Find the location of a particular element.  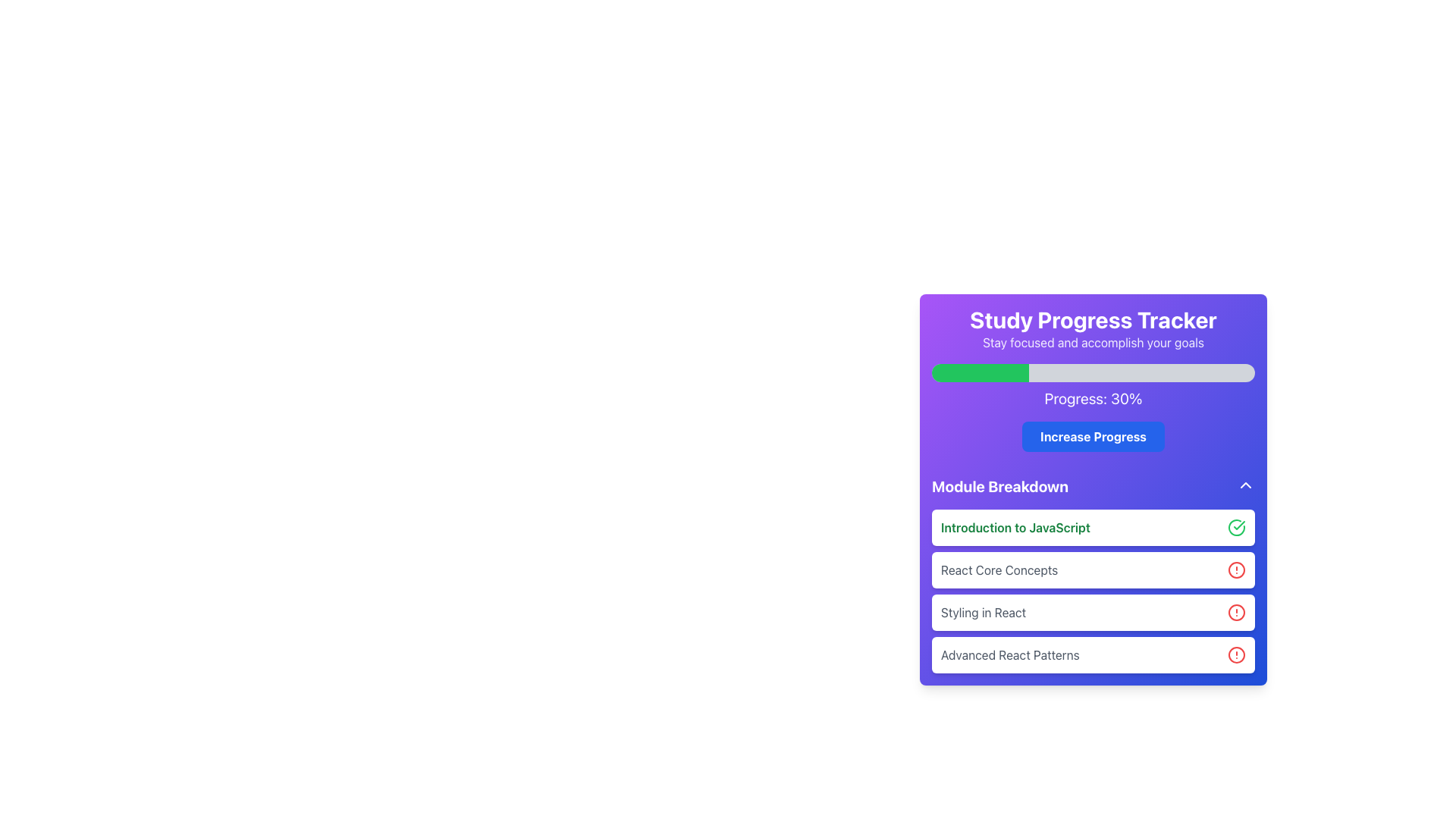

the toggle icon button located on the far right side of the 'Module Breakdown' section is located at coordinates (1245, 485).